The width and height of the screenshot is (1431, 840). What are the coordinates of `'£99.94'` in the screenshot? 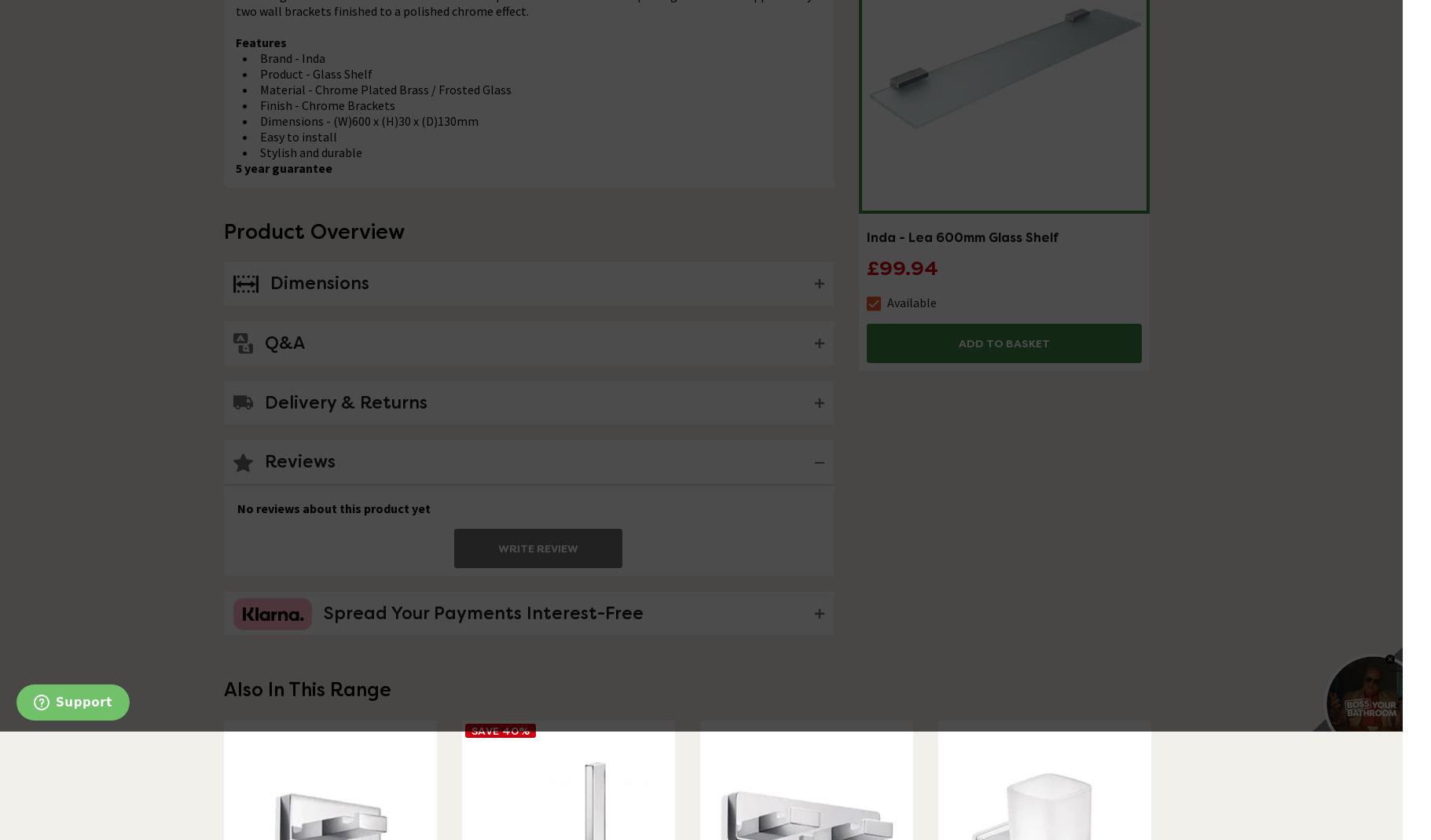 It's located at (902, 268).